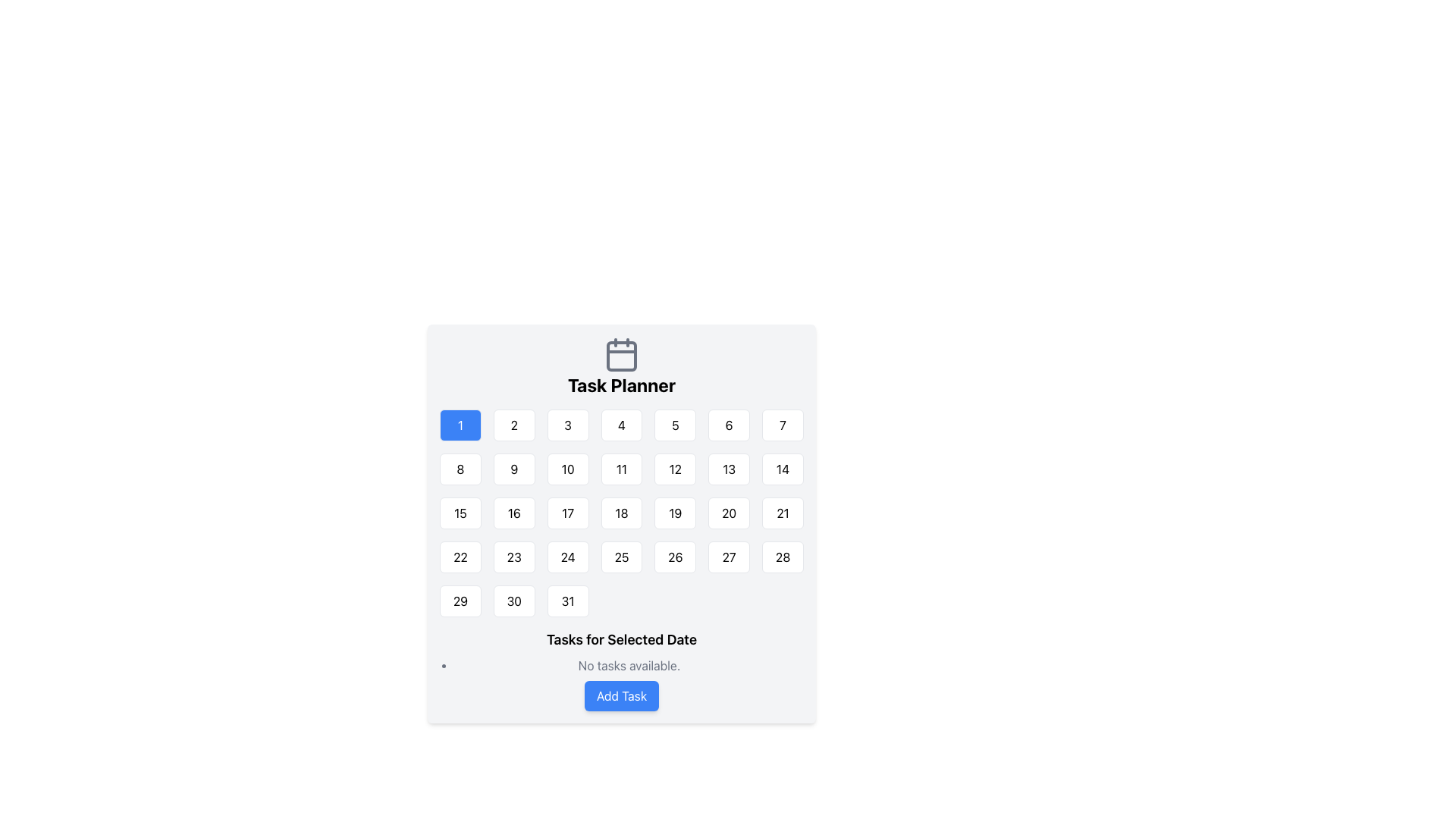 The height and width of the screenshot is (819, 1456). Describe the element at coordinates (460, 557) in the screenshot. I see `the button labeled '22' in the calendar grid of the task planner` at that location.